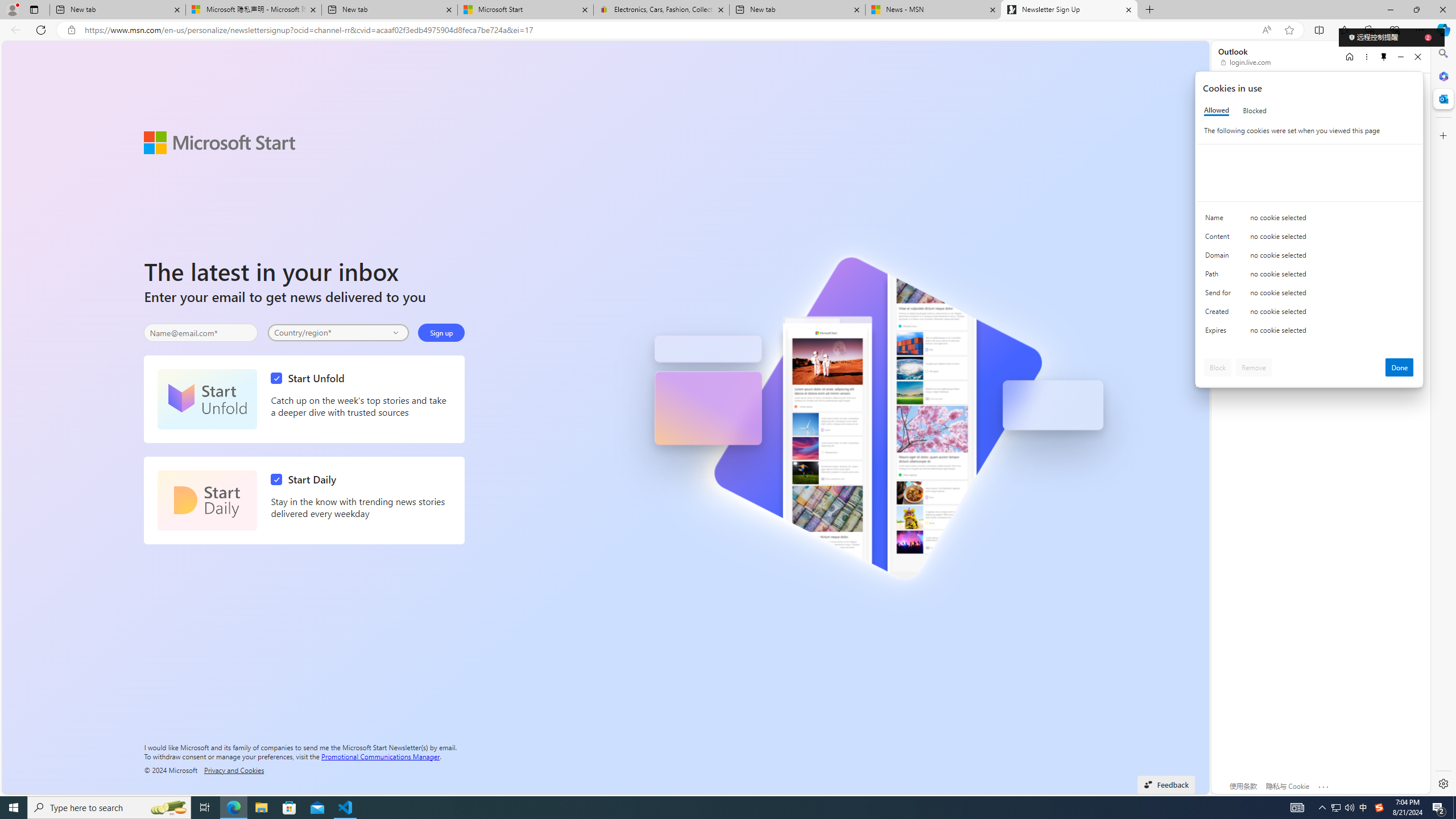  What do you see at coordinates (1217, 367) in the screenshot?
I see `'Block'` at bounding box center [1217, 367].